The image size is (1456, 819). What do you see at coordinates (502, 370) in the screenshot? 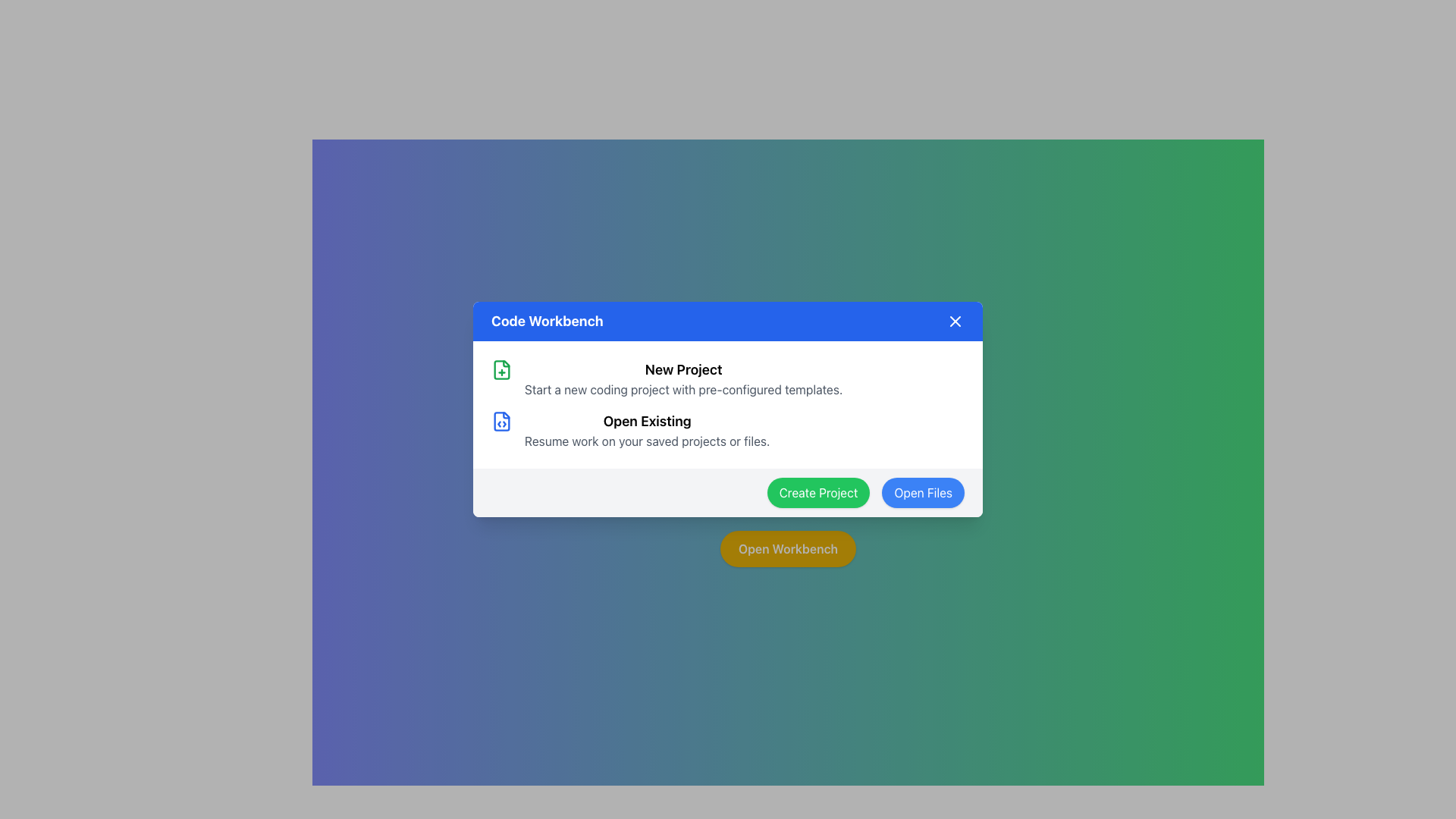
I see `the icon that visually identifies the creation of a new project, located in the 'Code Workbench' dialog box to the left of the 'New Project' text` at bounding box center [502, 370].